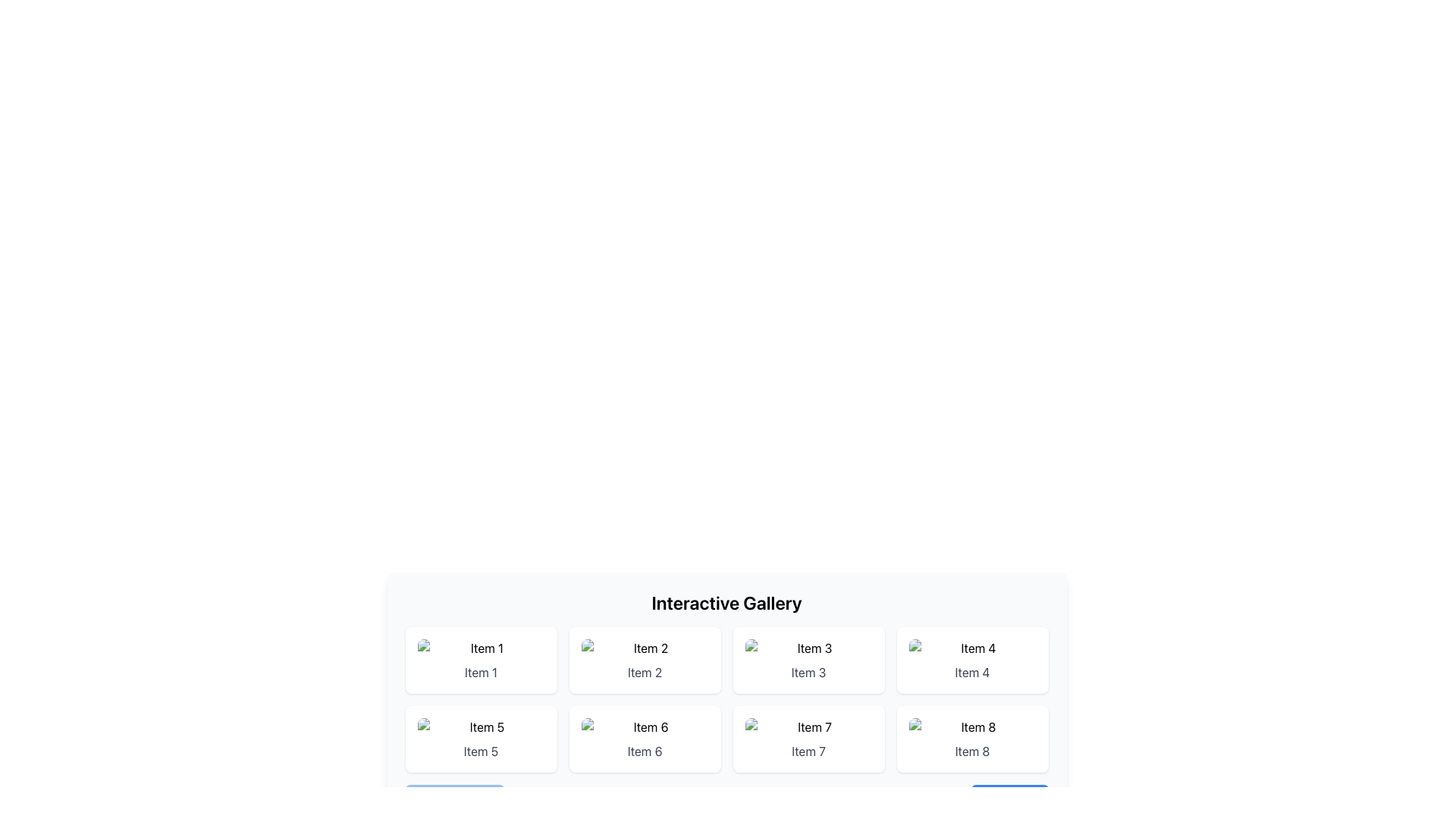  What do you see at coordinates (808, 648) in the screenshot?
I see `the image representing 'Item 3'` at bounding box center [808, 648].